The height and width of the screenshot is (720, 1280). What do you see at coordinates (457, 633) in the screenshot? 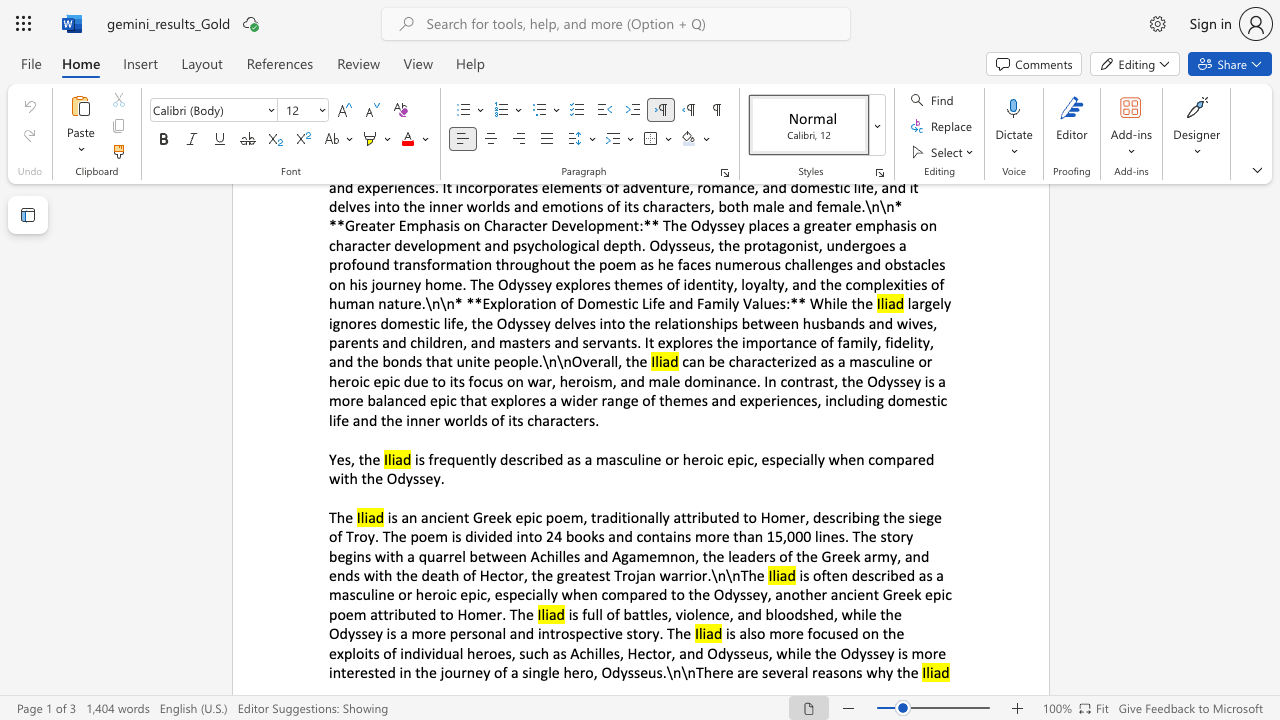
I see `the subset text "ersonal and introspective story. The" within the text "battles, violence, and bloodshed, while the Odyssey is a more personal and introspective story. The"` at bounding box center [457, 633].